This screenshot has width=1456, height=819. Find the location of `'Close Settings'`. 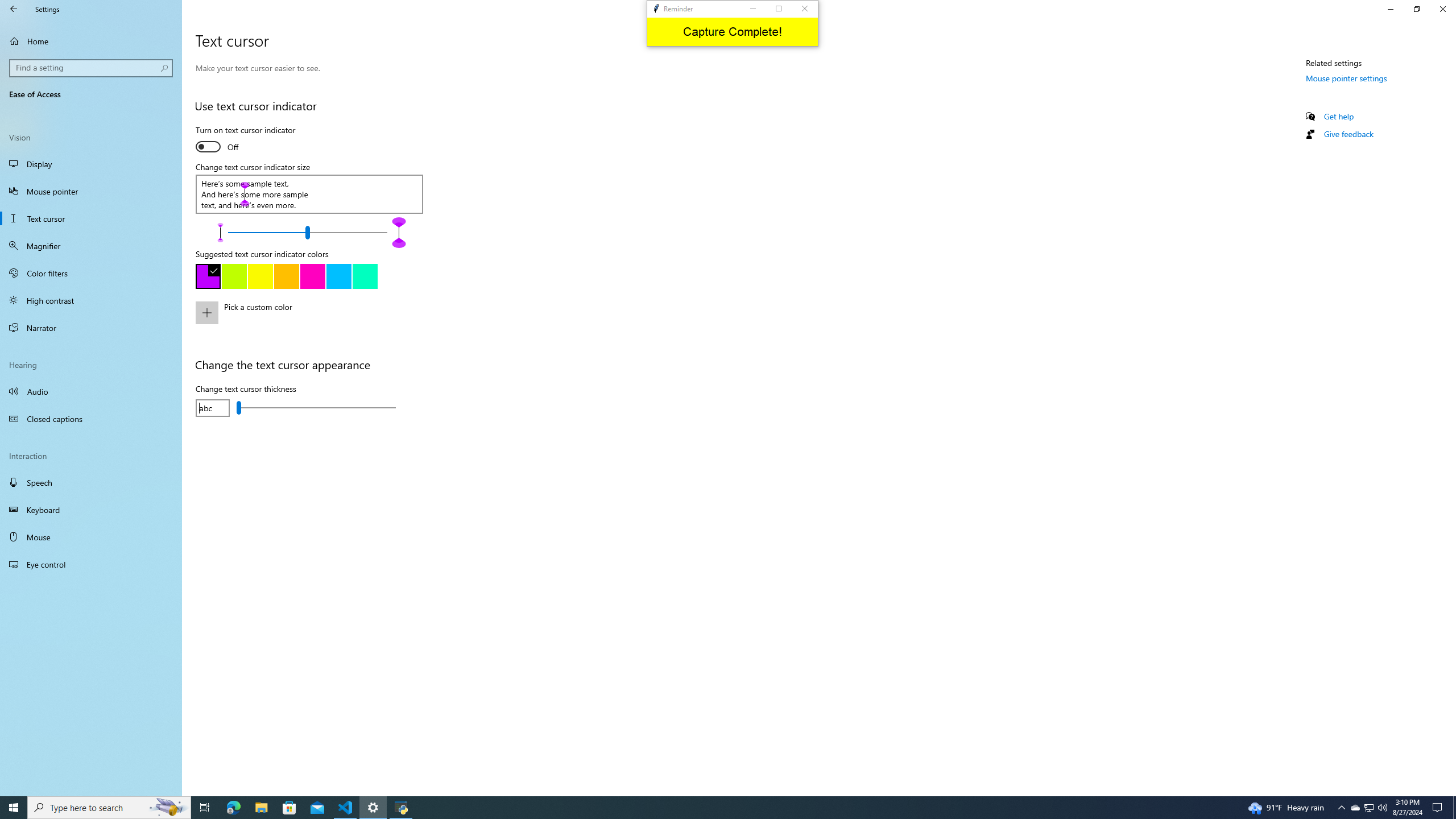

'Close Settings' is located at coordinates (1442, 9).